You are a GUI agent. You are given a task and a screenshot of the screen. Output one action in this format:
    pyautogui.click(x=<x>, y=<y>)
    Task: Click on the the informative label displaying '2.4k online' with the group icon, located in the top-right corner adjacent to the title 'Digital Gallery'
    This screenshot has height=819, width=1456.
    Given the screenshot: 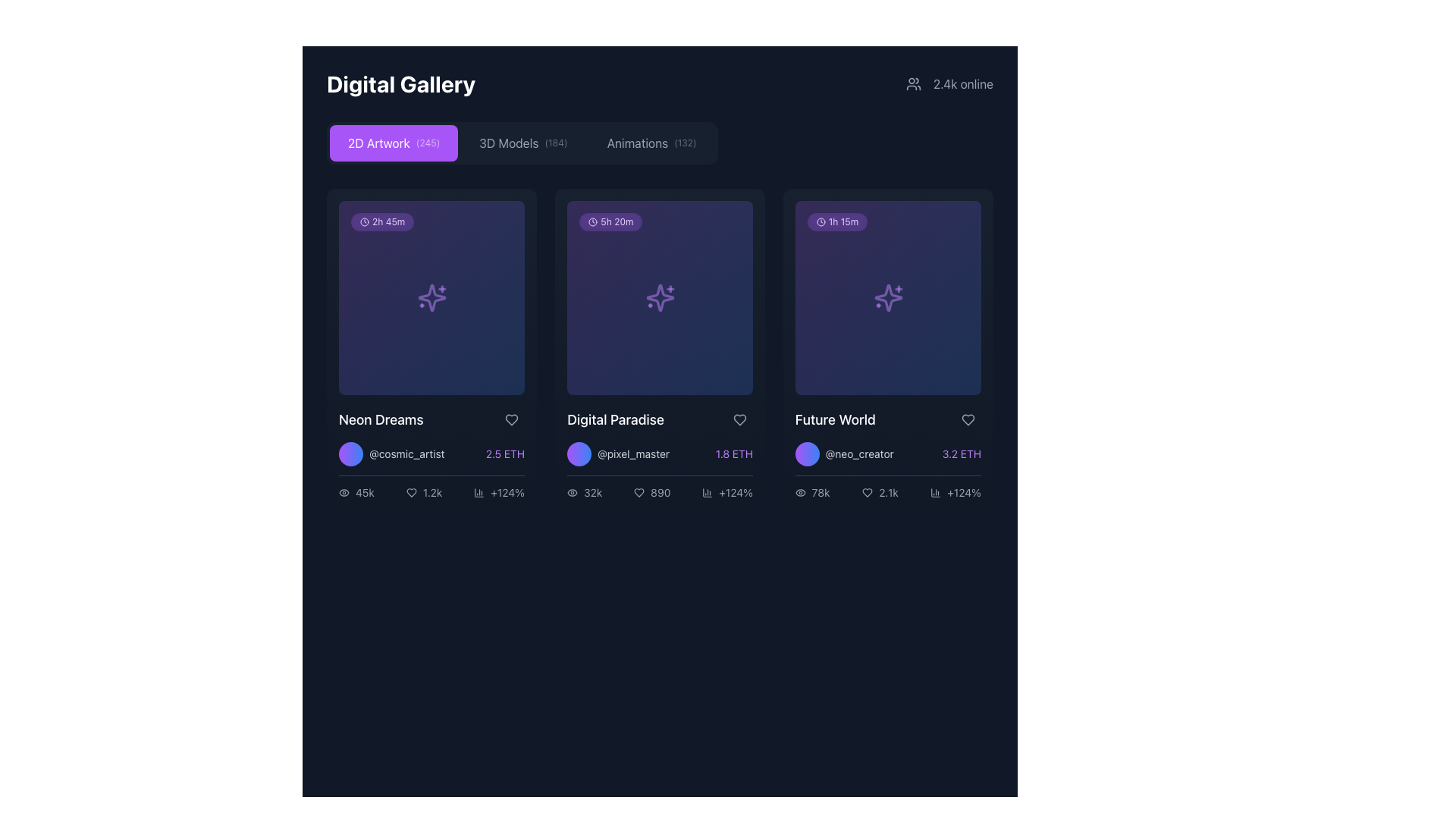 What is the action you would take?
    pyautogui.click(x=949, y=84)
    